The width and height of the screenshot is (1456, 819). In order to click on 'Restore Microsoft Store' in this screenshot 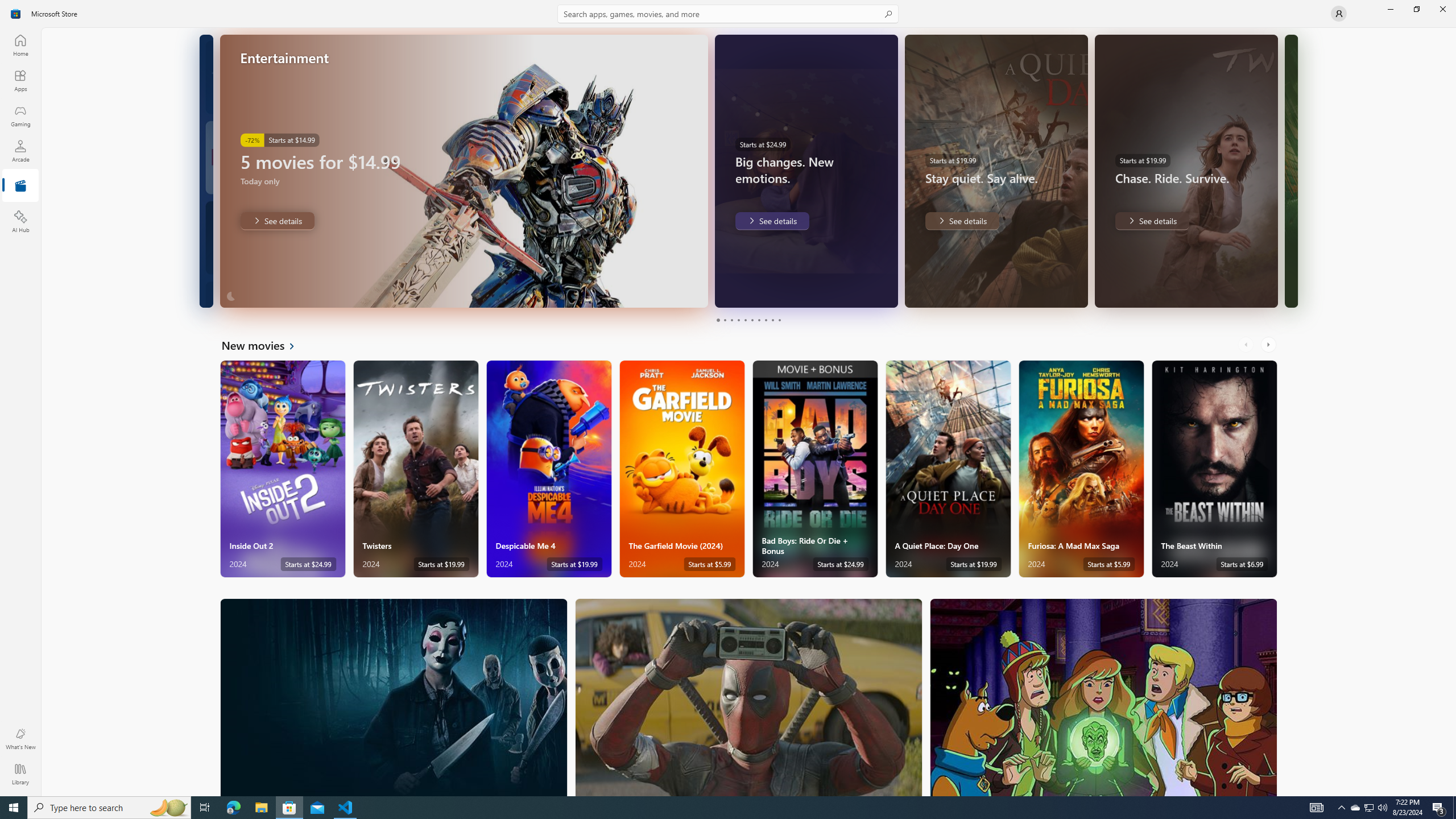, I will do `click(1416, 9)`.